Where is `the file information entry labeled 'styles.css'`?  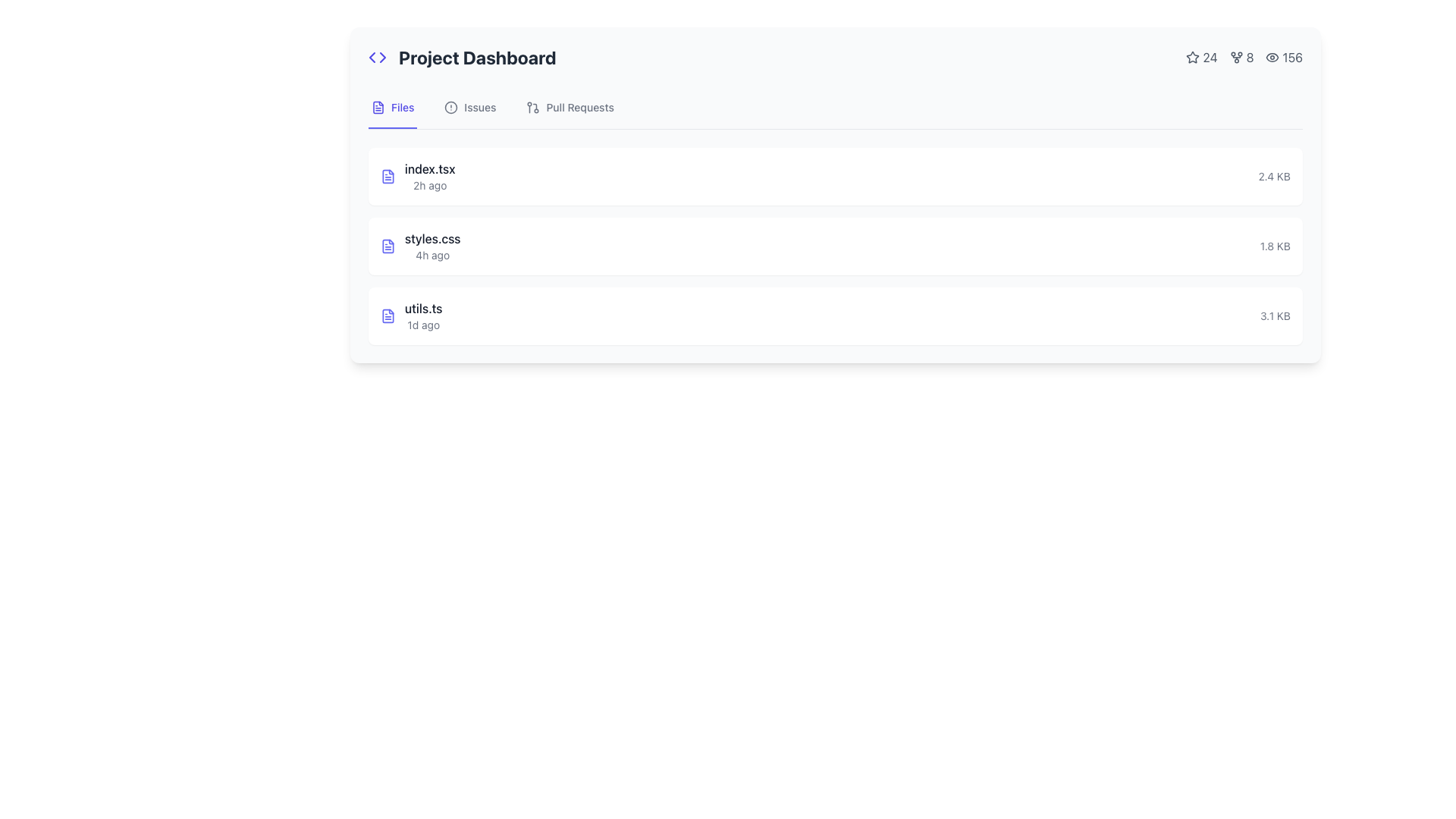 the file information entry labeled 'styles.css' is located at coordinates (431, 245).